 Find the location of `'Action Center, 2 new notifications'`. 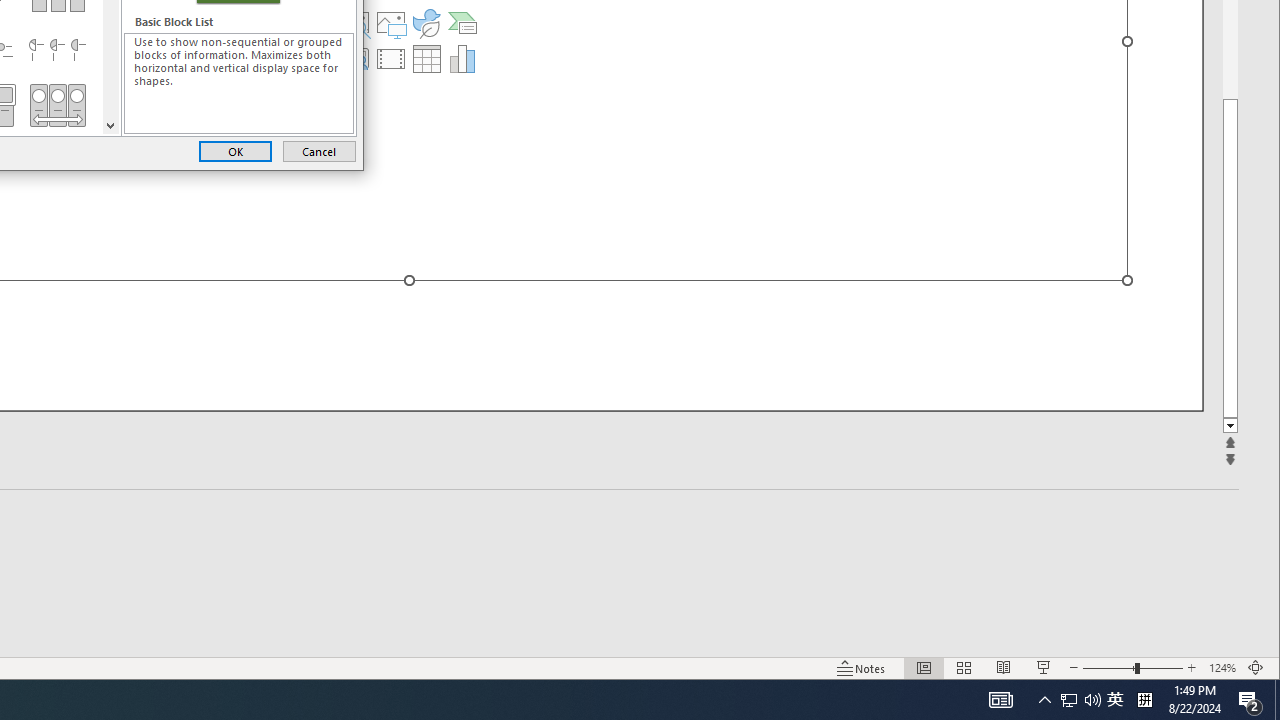

'Action Center, 2 new notifications' is located at coordinates (1221, 668).